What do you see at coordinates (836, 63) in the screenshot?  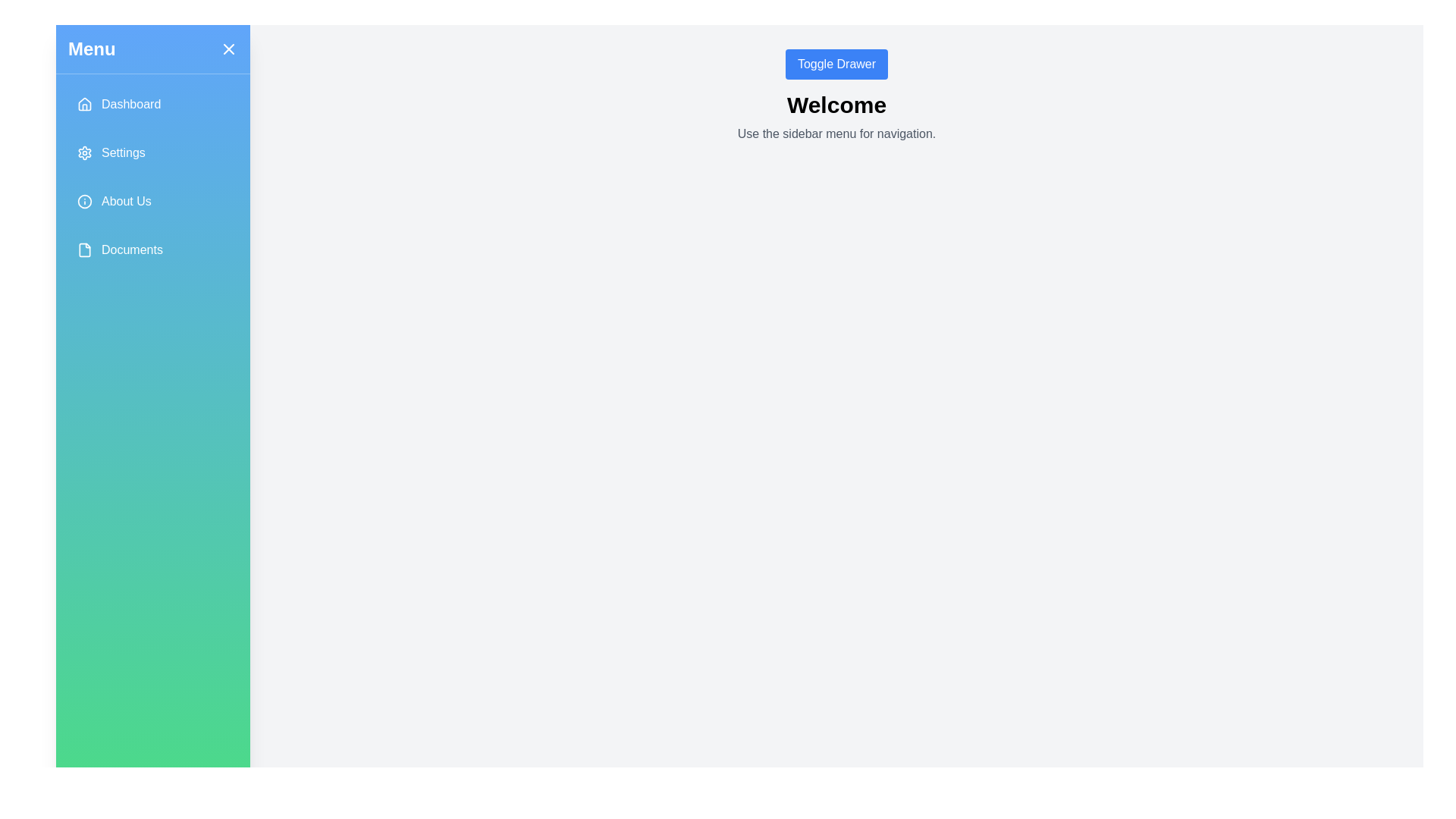 I see `the 'Toggle Drawer' button to toggle the drawer's visibility` at bounding box center [836, 63].